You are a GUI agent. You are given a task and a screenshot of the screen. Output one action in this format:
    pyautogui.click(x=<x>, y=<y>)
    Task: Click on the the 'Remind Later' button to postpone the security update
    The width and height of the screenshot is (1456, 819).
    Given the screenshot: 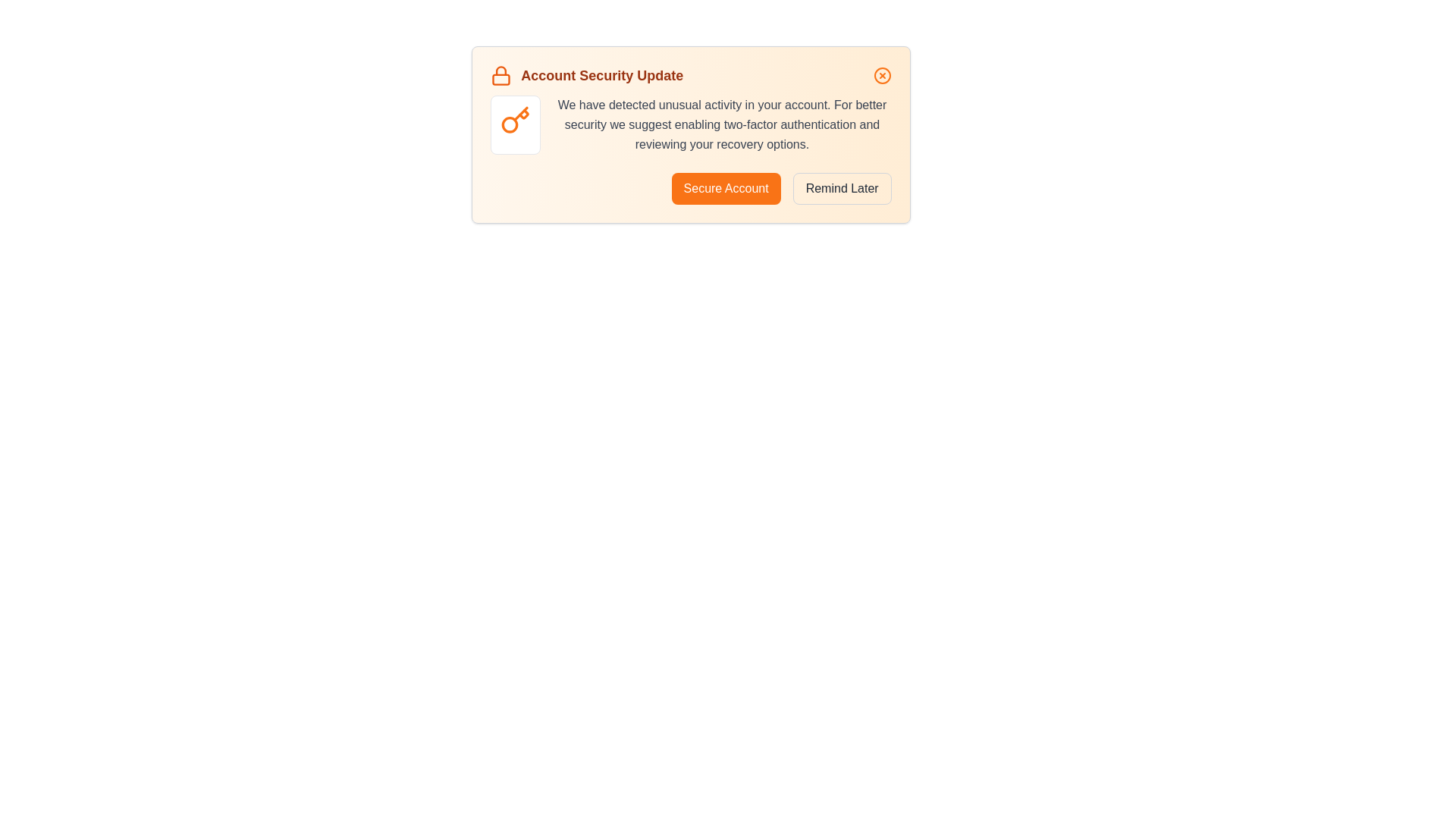 What is the action you would take?
    pyautogui.click(x=841, y=188)
    